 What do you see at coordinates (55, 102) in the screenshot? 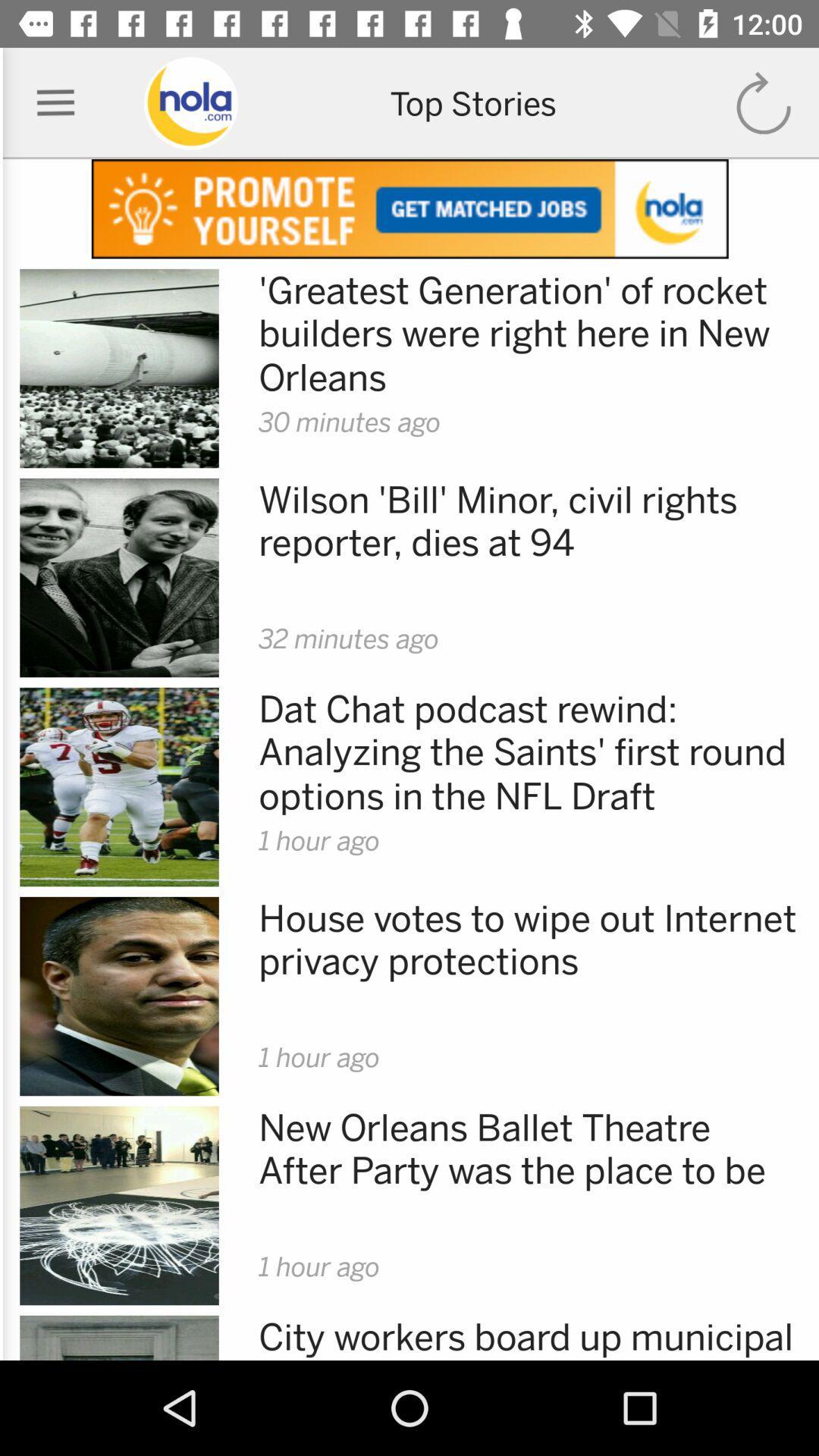
I see `the setting box` at bounding box center [55, 102].